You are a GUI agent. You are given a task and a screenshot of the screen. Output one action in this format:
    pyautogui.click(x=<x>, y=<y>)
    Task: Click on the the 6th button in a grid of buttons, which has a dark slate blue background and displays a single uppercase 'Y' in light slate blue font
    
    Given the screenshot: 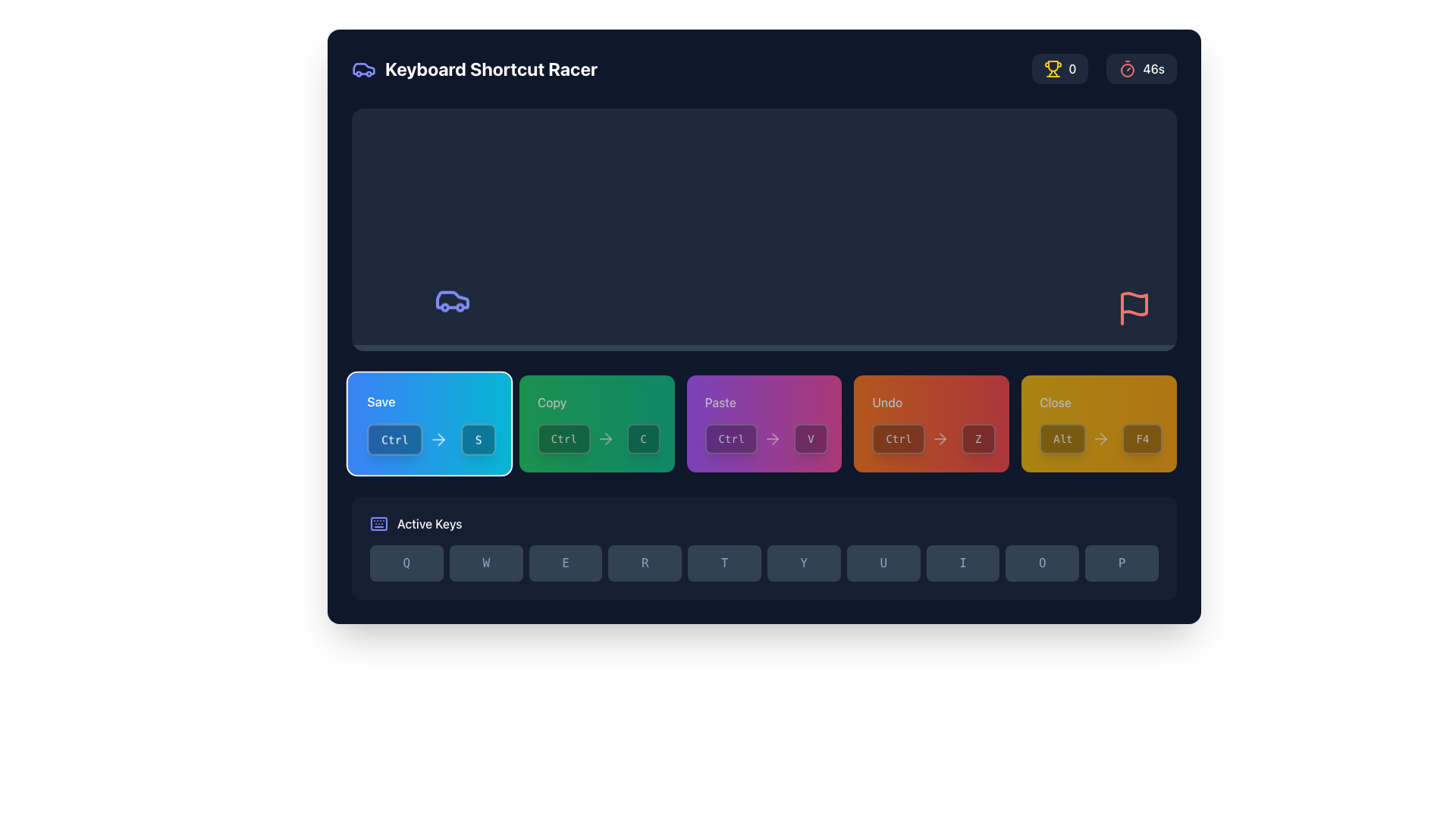 What is the action you would take?
    pyautogui.click(x=803, y=563)
    